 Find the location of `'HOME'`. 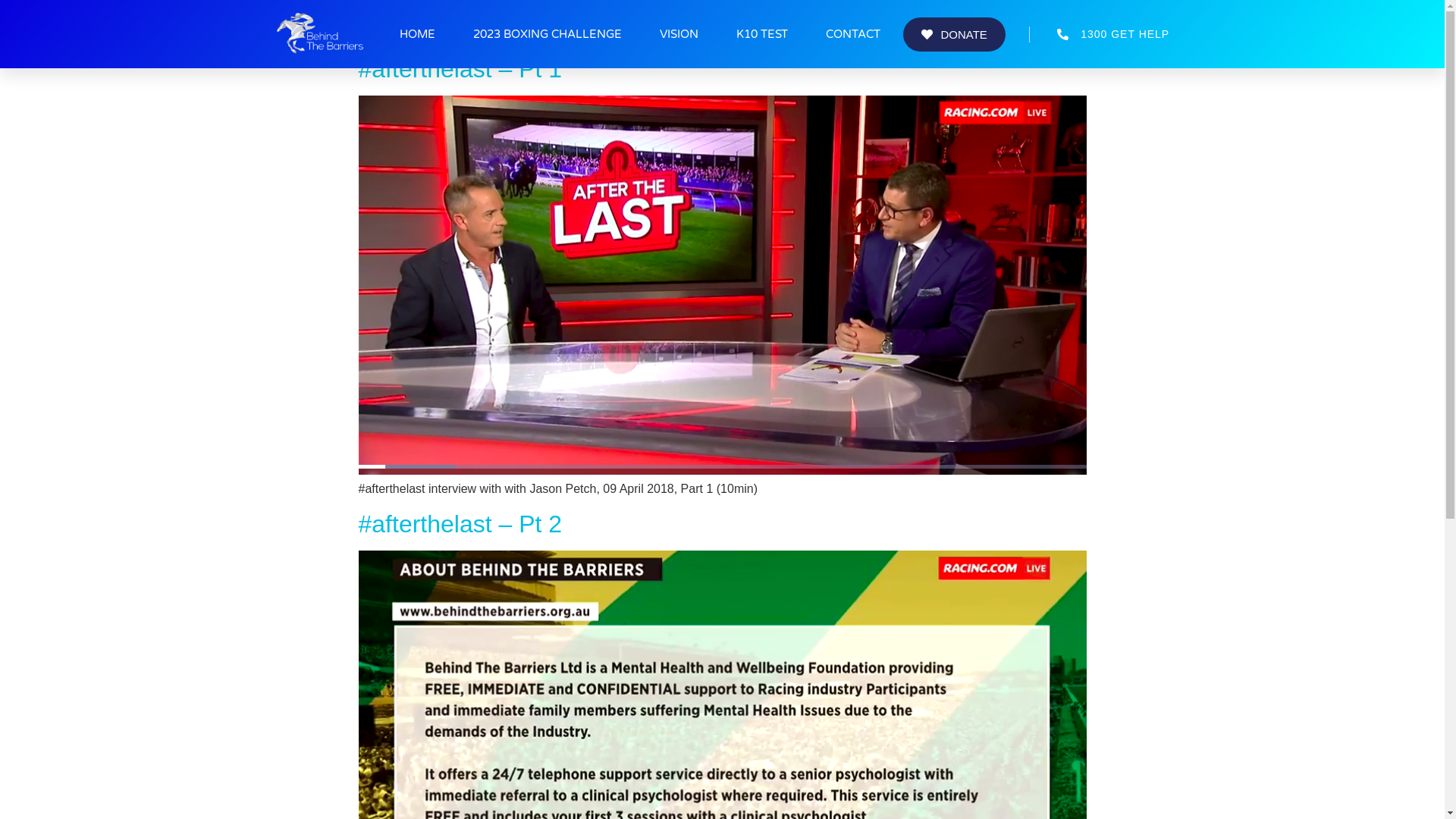

'HOME' is located at coordinates (417, 34).